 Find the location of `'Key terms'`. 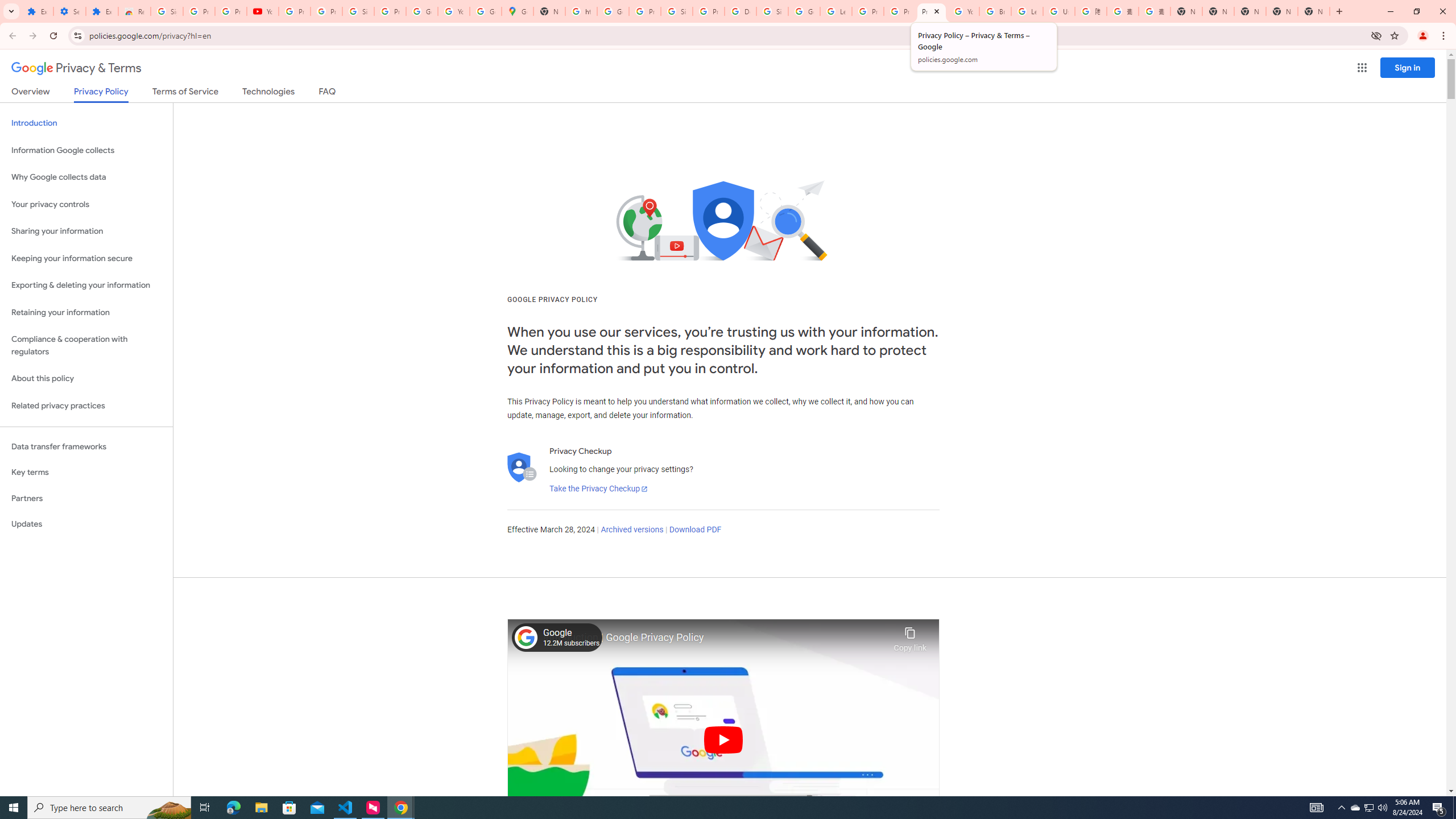

'Key terms' is located at coordinates (86, 472).